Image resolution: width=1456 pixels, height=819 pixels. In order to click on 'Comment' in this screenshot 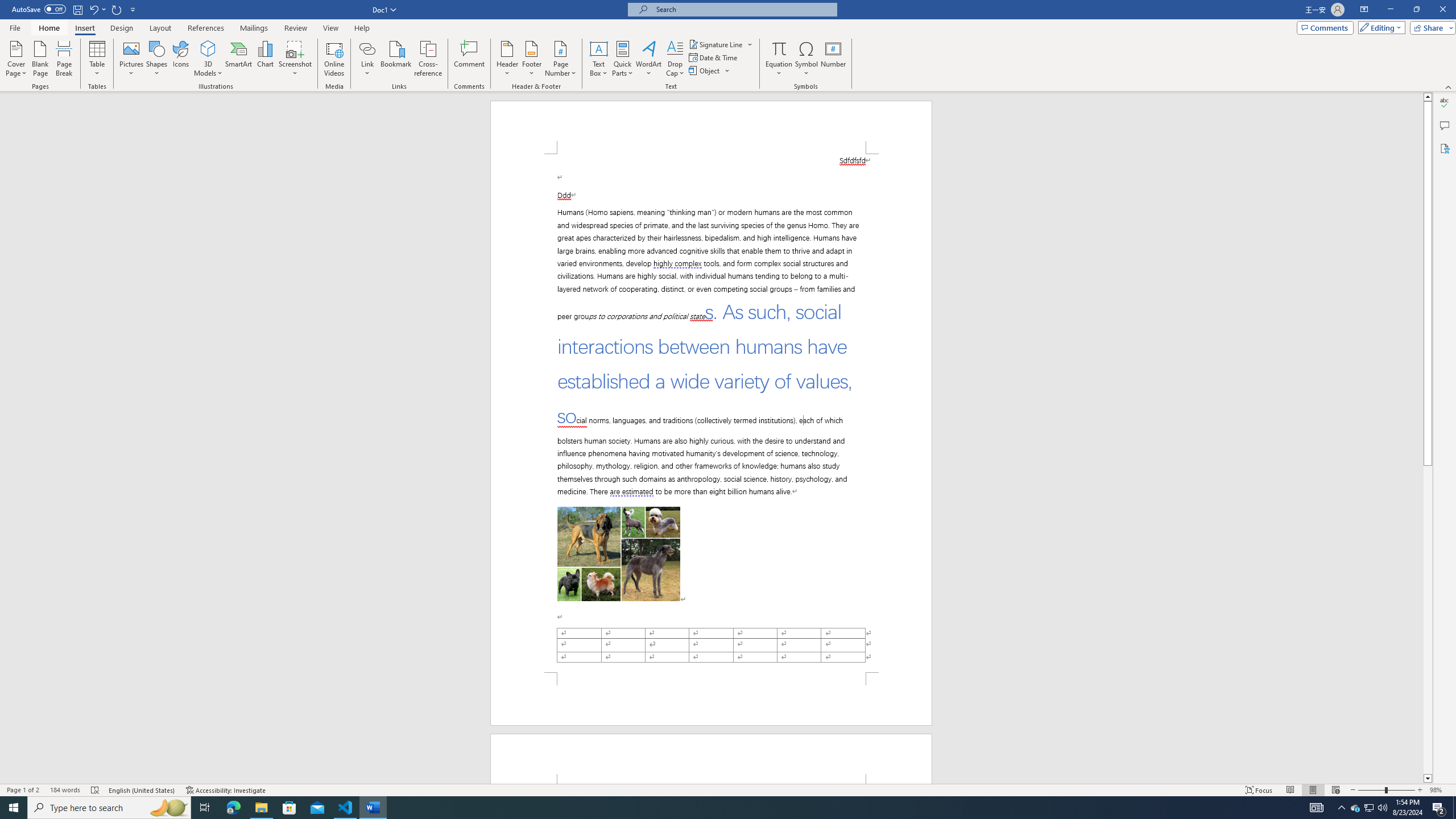, I will do `click(469, 59)`.